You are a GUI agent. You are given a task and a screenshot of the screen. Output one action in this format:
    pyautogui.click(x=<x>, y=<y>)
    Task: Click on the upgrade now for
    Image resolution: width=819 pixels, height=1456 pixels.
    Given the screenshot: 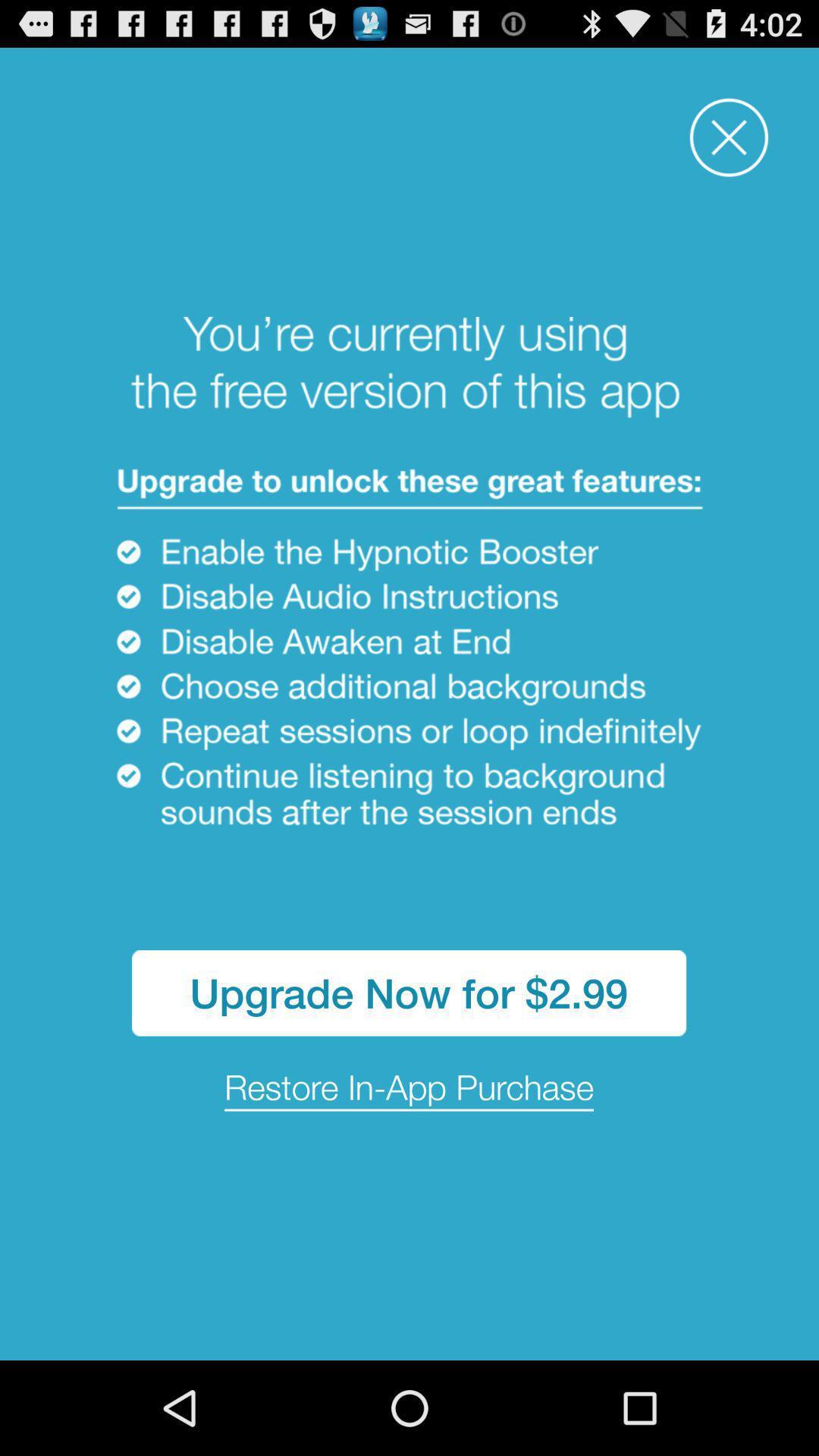 What is the action you would take?
    pyautogui.click(x=408, y=993)
    